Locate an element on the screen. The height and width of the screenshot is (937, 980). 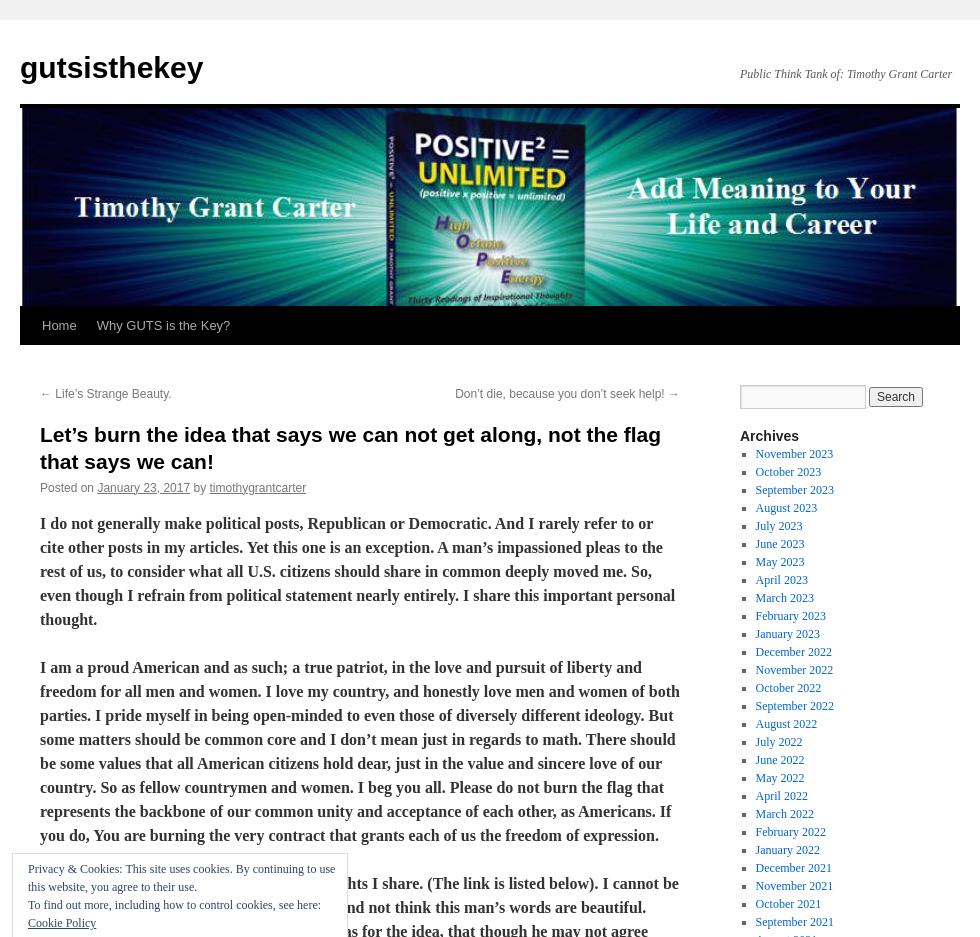
'September 2022' is located at coordinates (793, 706).